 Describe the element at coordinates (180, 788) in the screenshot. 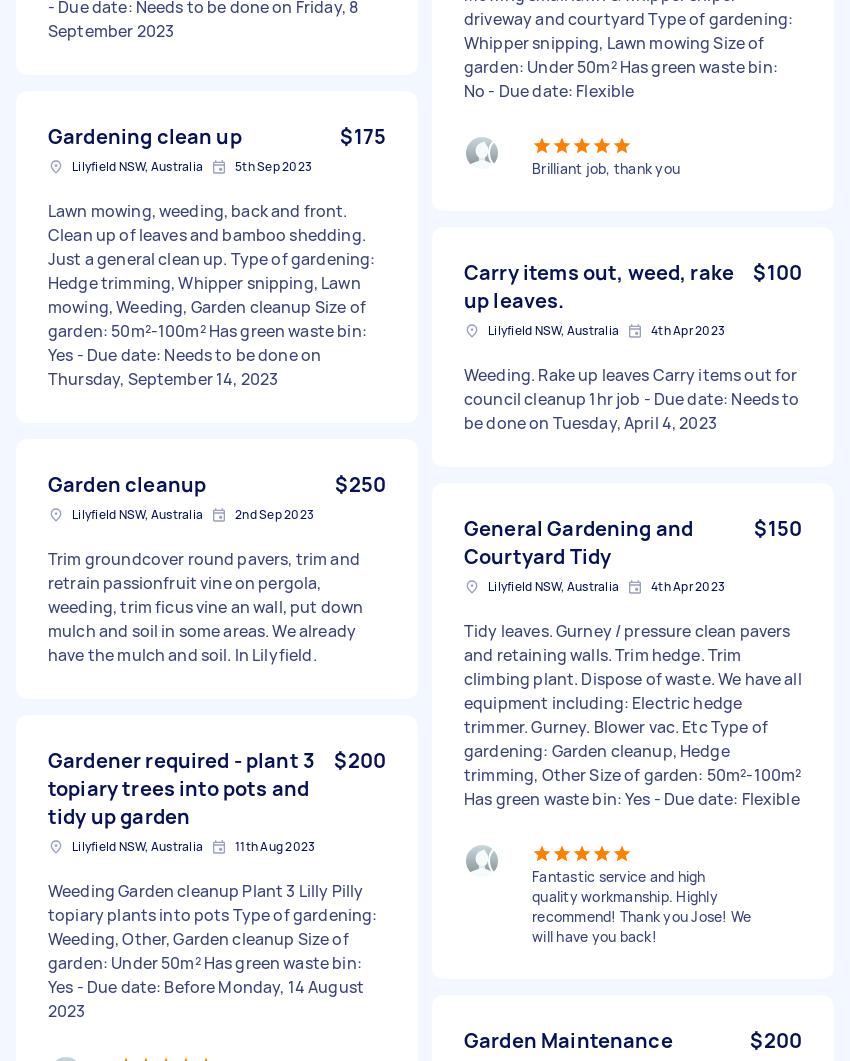

I see `'Gardener required - plant 3 topiary trees into pots and tidy up garden'` at that location.